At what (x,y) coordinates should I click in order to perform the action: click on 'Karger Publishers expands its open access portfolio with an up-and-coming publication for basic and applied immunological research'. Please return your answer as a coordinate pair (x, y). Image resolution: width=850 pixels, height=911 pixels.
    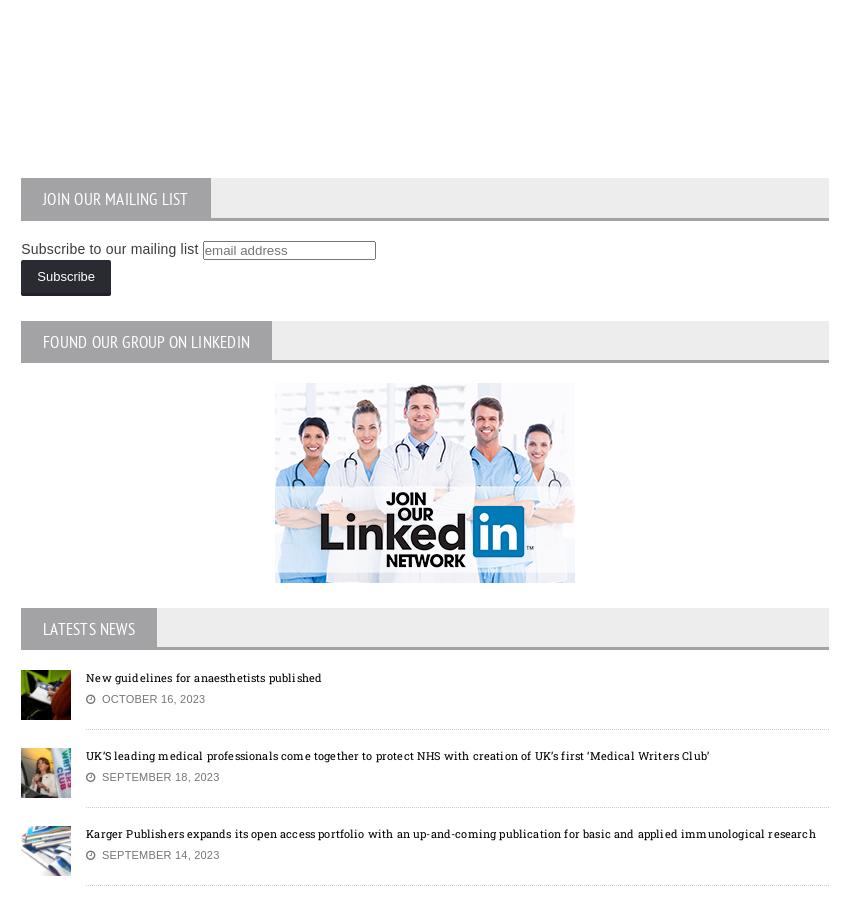
    Looking at the image, I should click on (449, 832).